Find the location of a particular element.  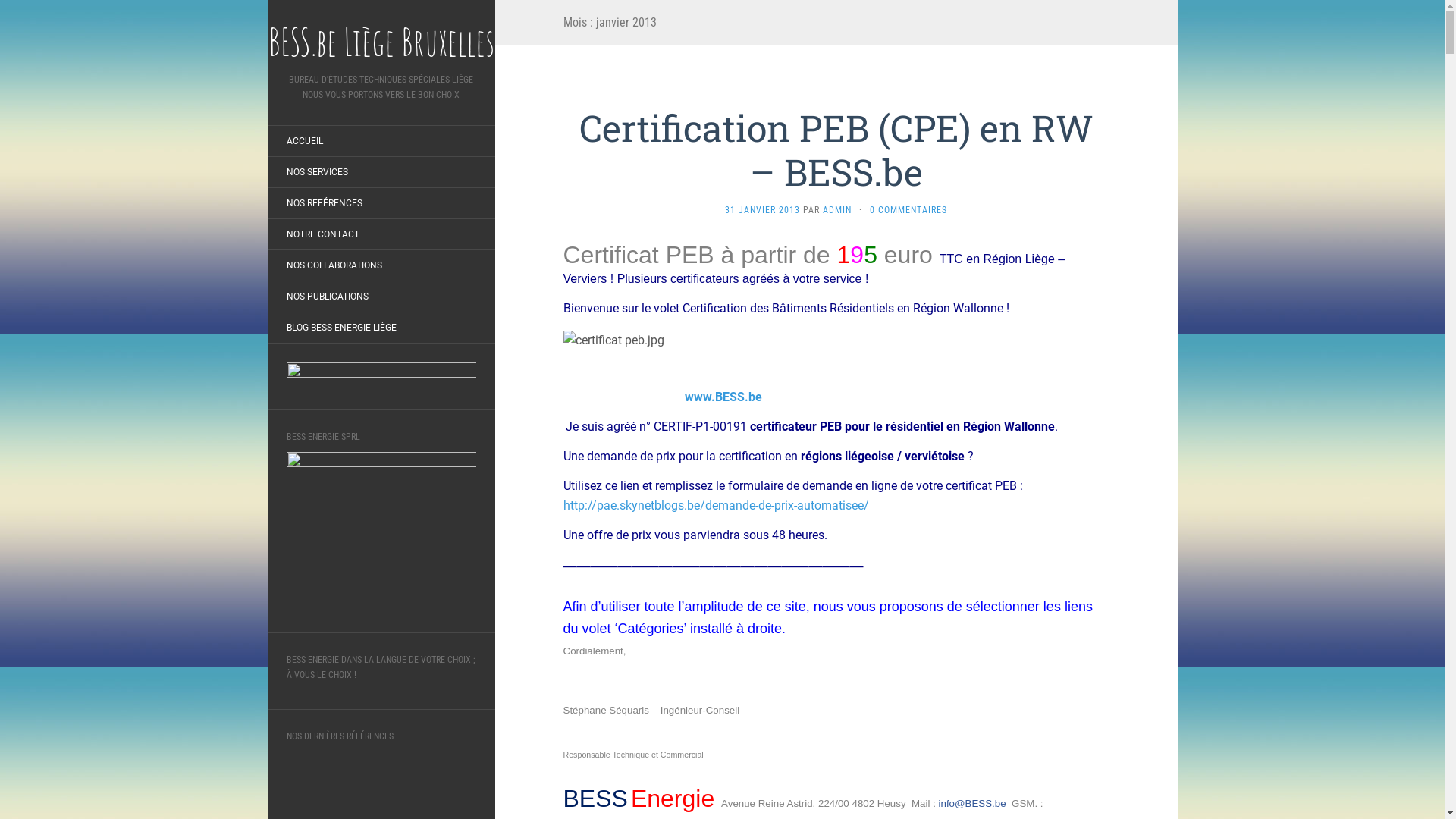

'http://pae.skynetblogs.be/demande-de-prix-automatisee/' is located at coordinates (714, 505).